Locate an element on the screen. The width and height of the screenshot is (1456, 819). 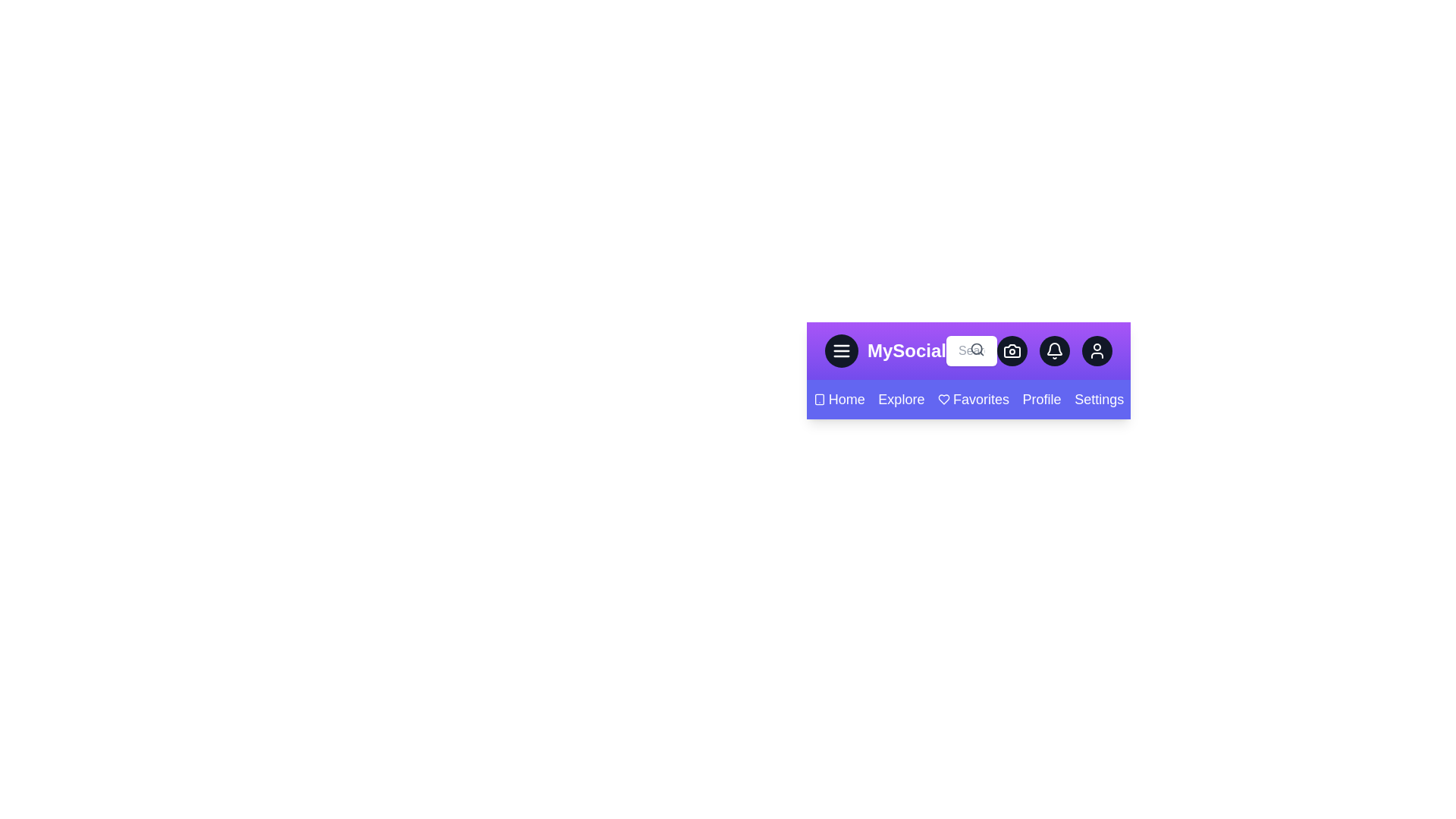
the user button to access user-related options is located at coordinates (1097, 350).